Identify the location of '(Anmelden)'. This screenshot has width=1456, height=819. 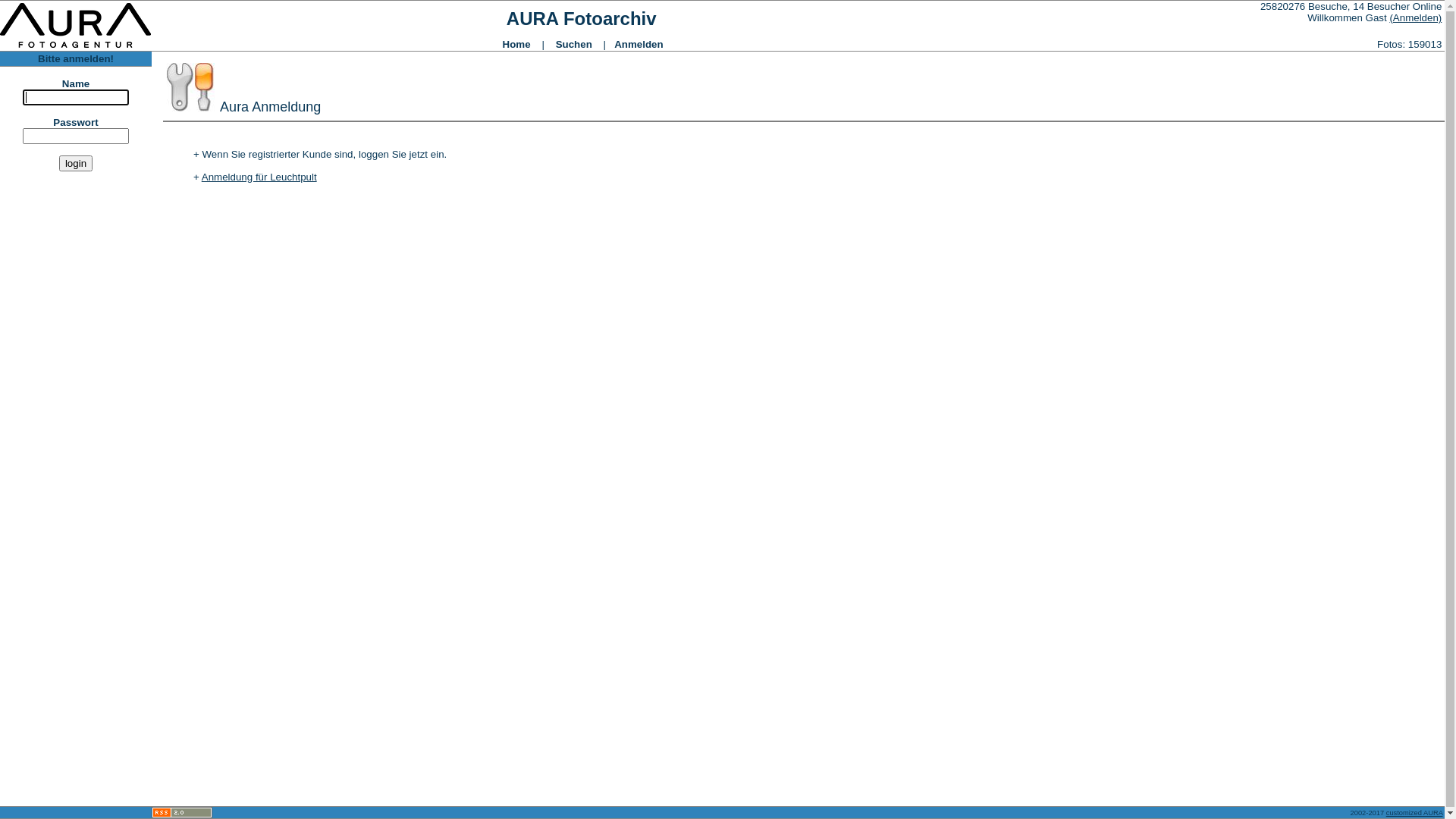
(1414, 17).